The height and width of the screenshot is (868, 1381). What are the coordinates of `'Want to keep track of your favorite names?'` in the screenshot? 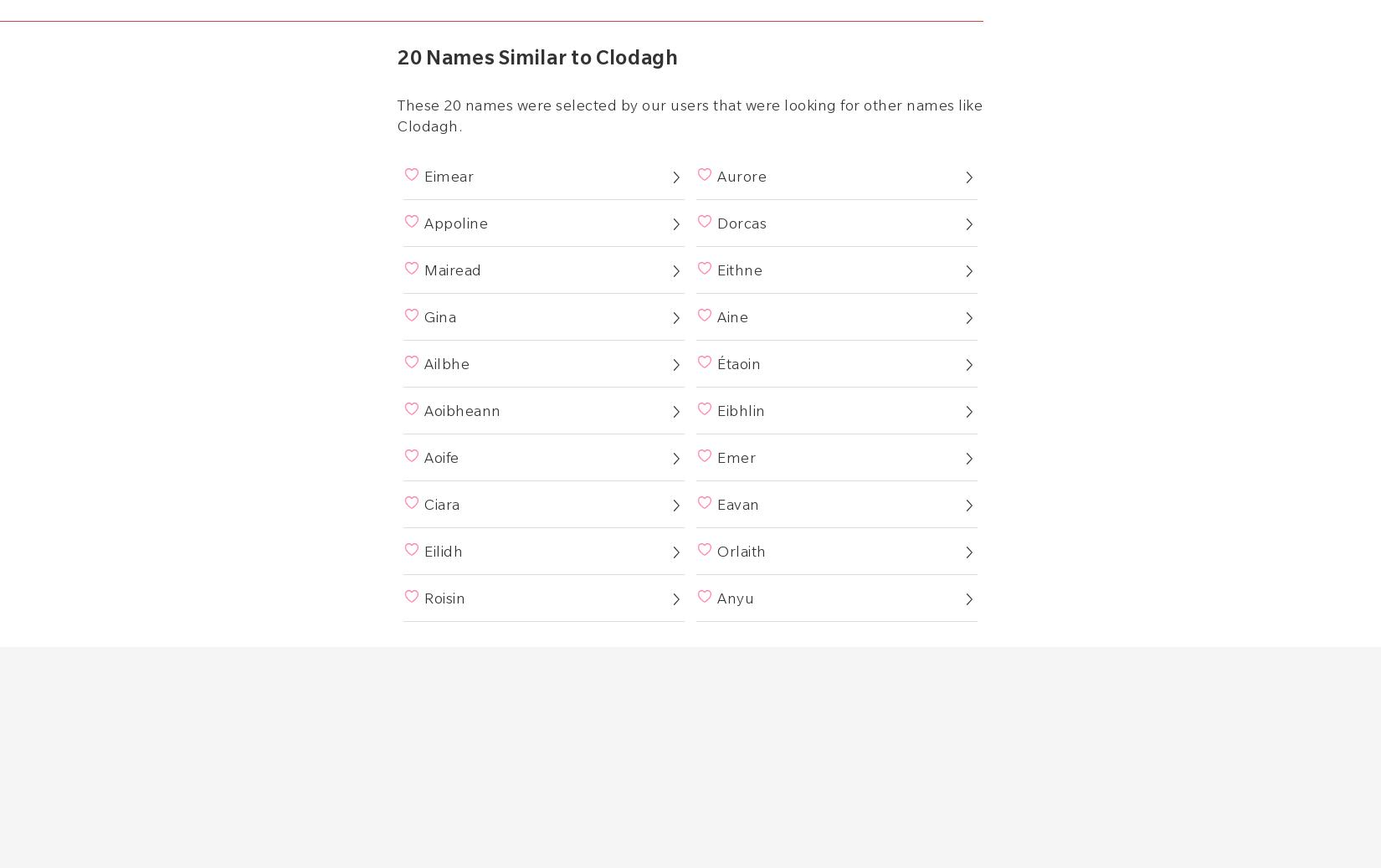 It's located at (682, 149).